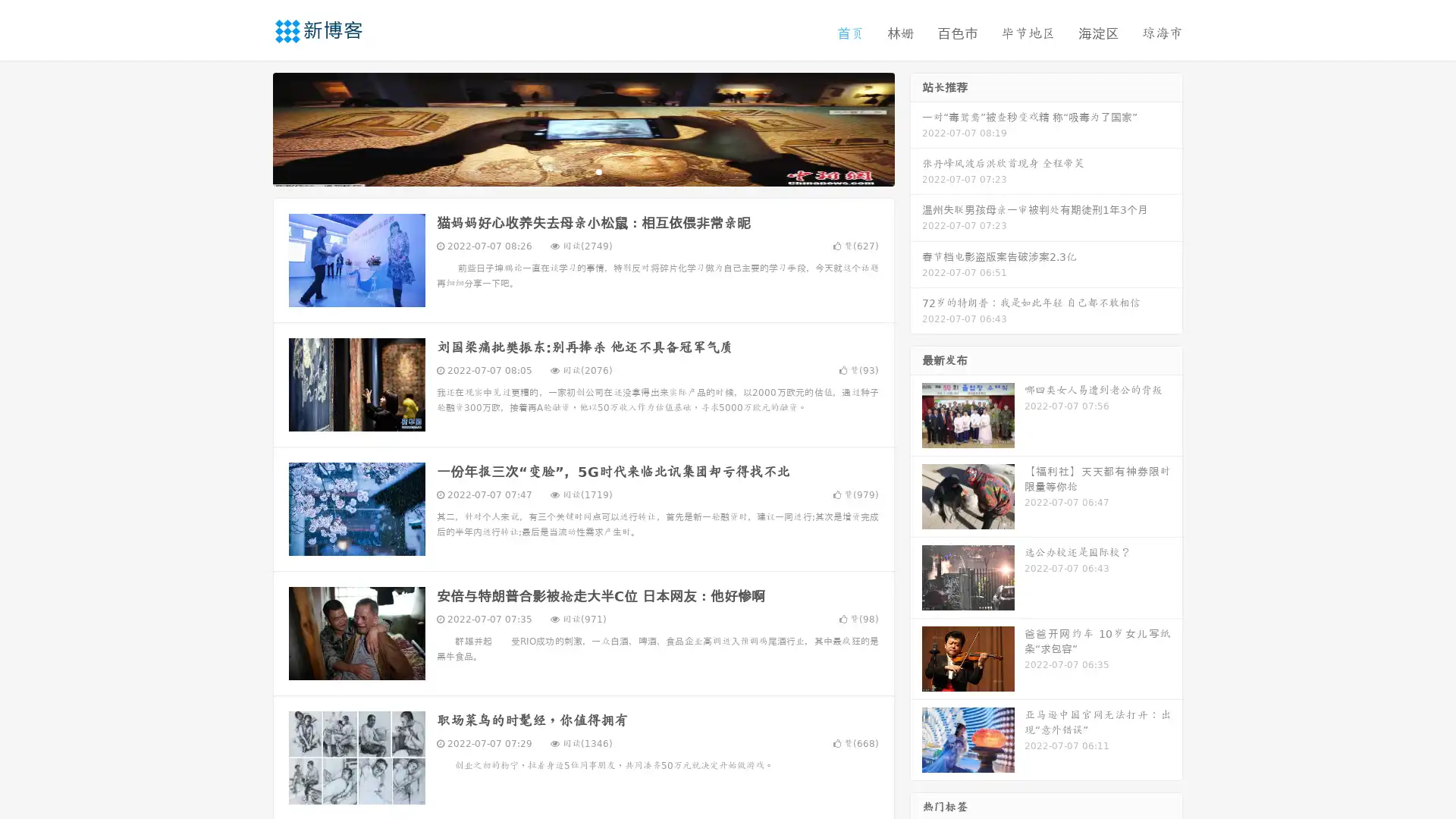 This screenshot has width=1456, height=819. Describe the element at coordinates (250, 127) in the screenshot. I see `Previous slide` at that location.